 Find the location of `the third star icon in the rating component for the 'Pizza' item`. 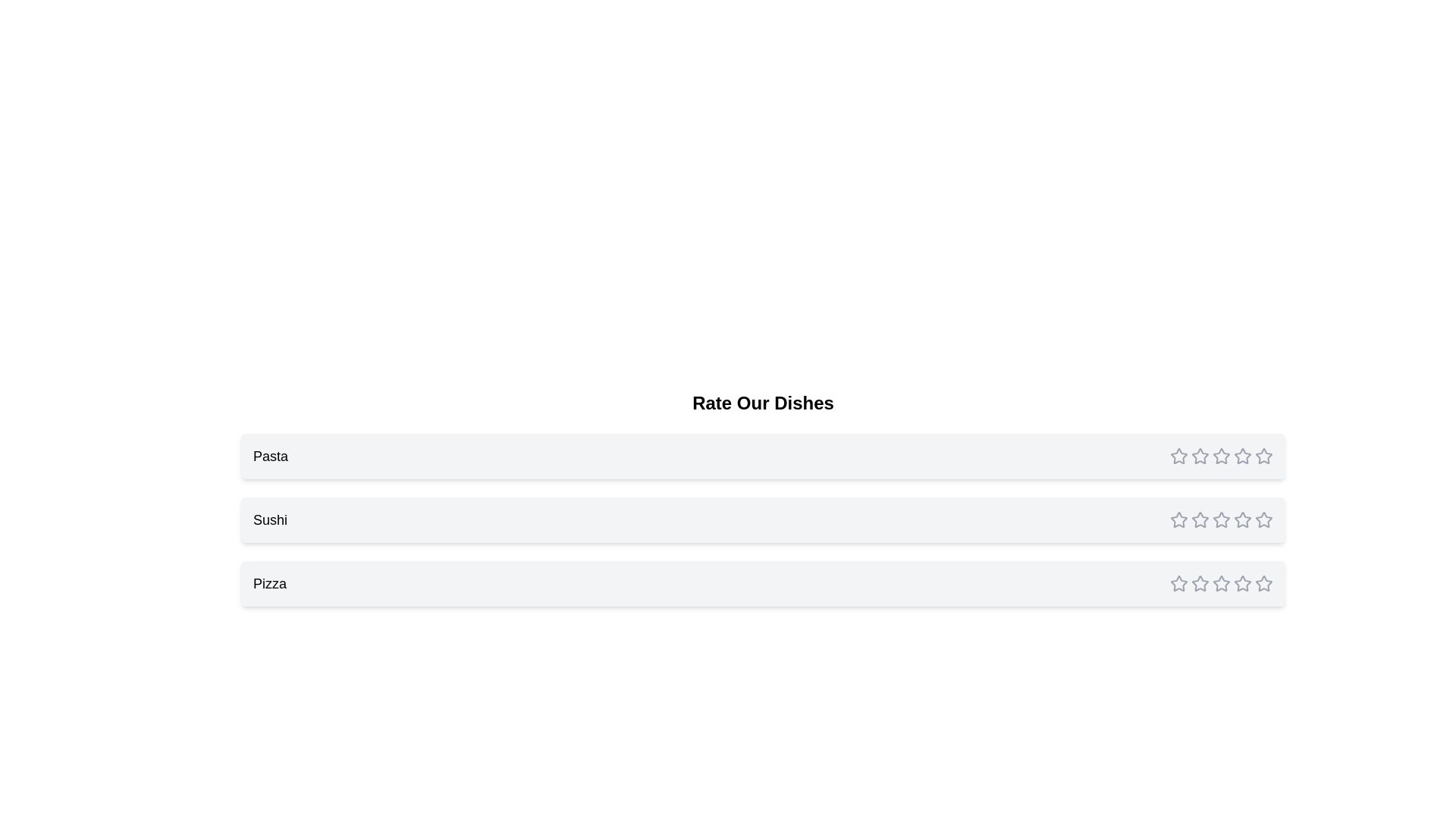

the third star icon in the rating component for the 'Pizza' item is located at coordinates (1222, 583).